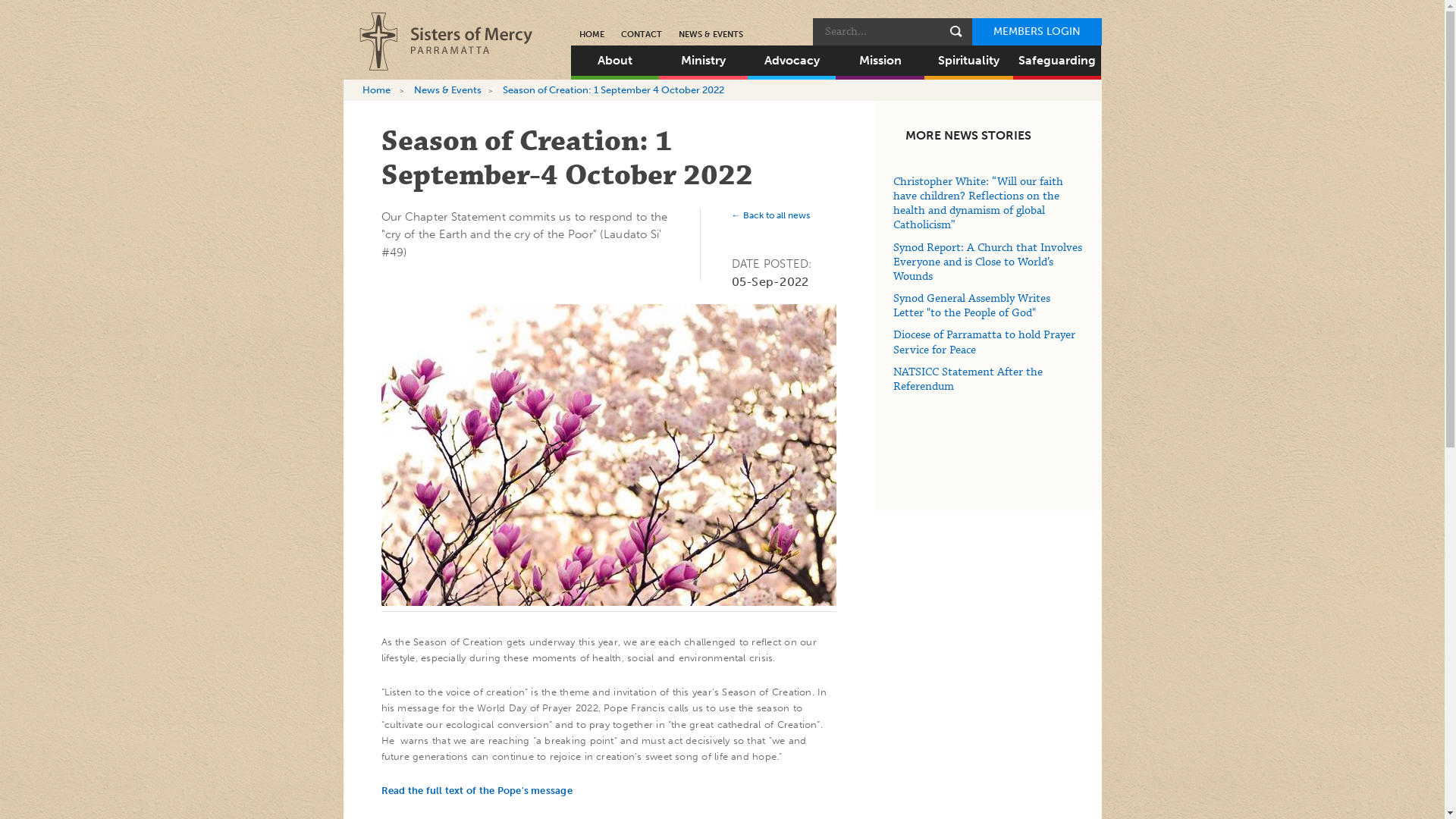  Describe the element at coordinates (447, 89) in the screenshot. I see `'News & Events'` at that location.